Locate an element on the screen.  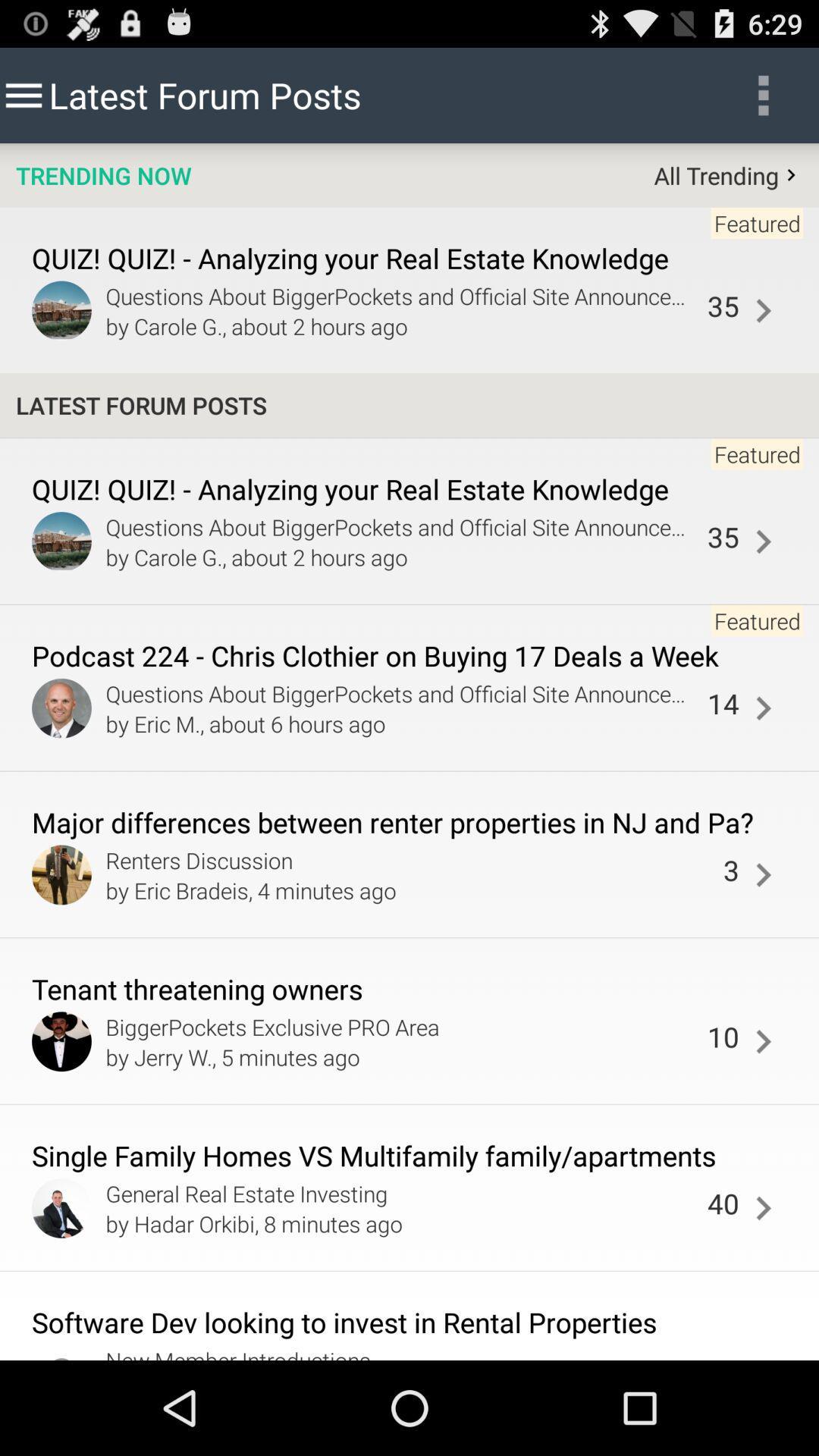
the icon next to the 40 app is located at coordinates (763, 1207).